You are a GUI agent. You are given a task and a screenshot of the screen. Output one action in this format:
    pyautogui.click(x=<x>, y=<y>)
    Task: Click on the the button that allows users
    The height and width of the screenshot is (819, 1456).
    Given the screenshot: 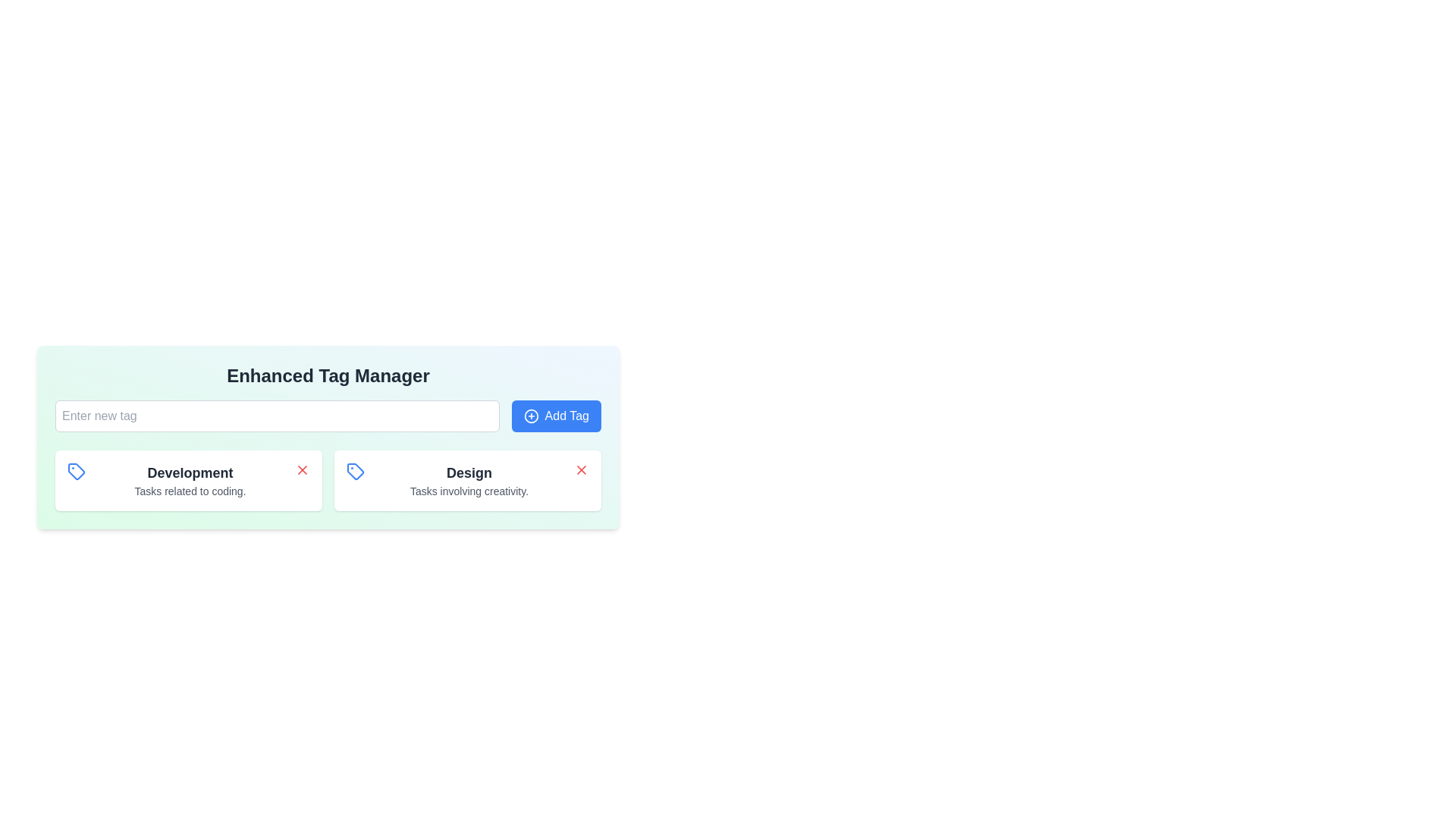 What is the action you would take?
    pyautogui.click(x=555, y=416)
    